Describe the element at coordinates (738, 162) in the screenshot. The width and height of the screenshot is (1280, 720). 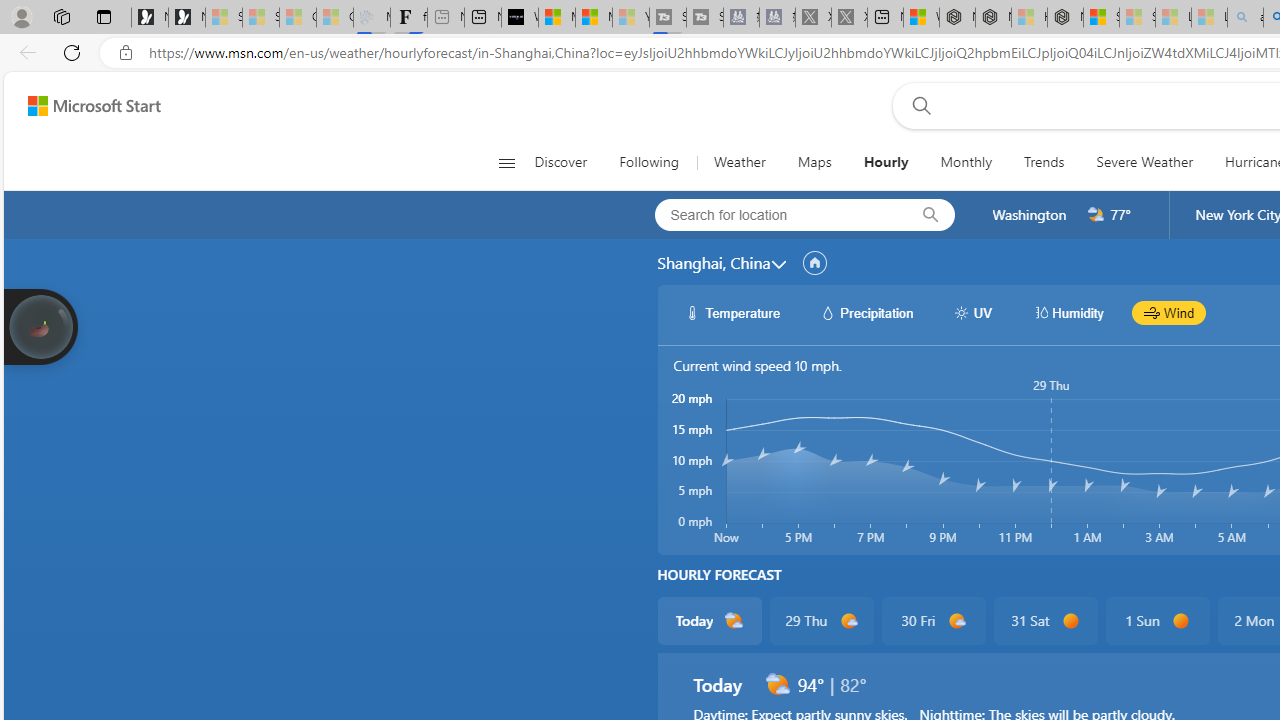
I see `'Weather'` at that location.